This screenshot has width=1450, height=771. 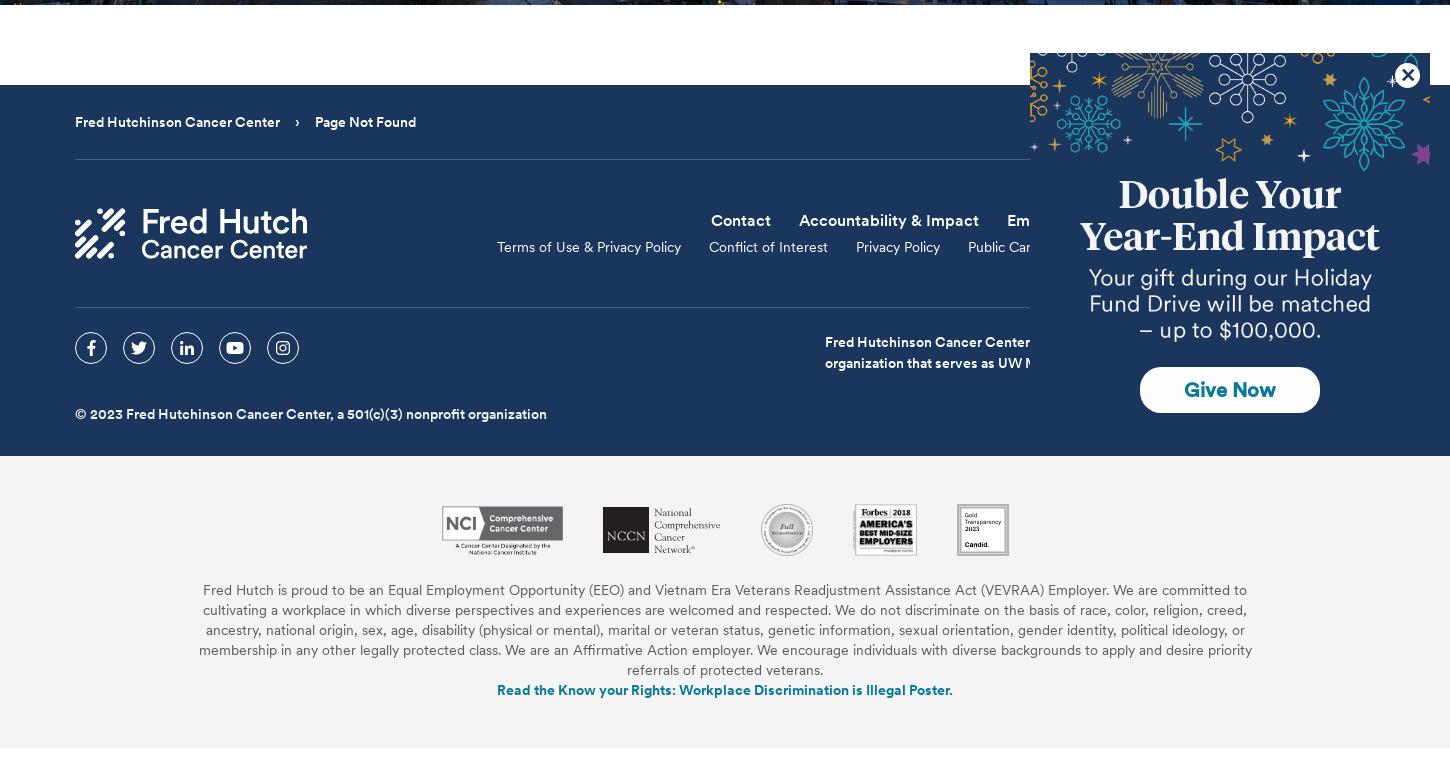 What do you see at coordinates (1023, 247) in the screenshot?
I see `'Public Care Policy'` at bounding box center [1023, 247].